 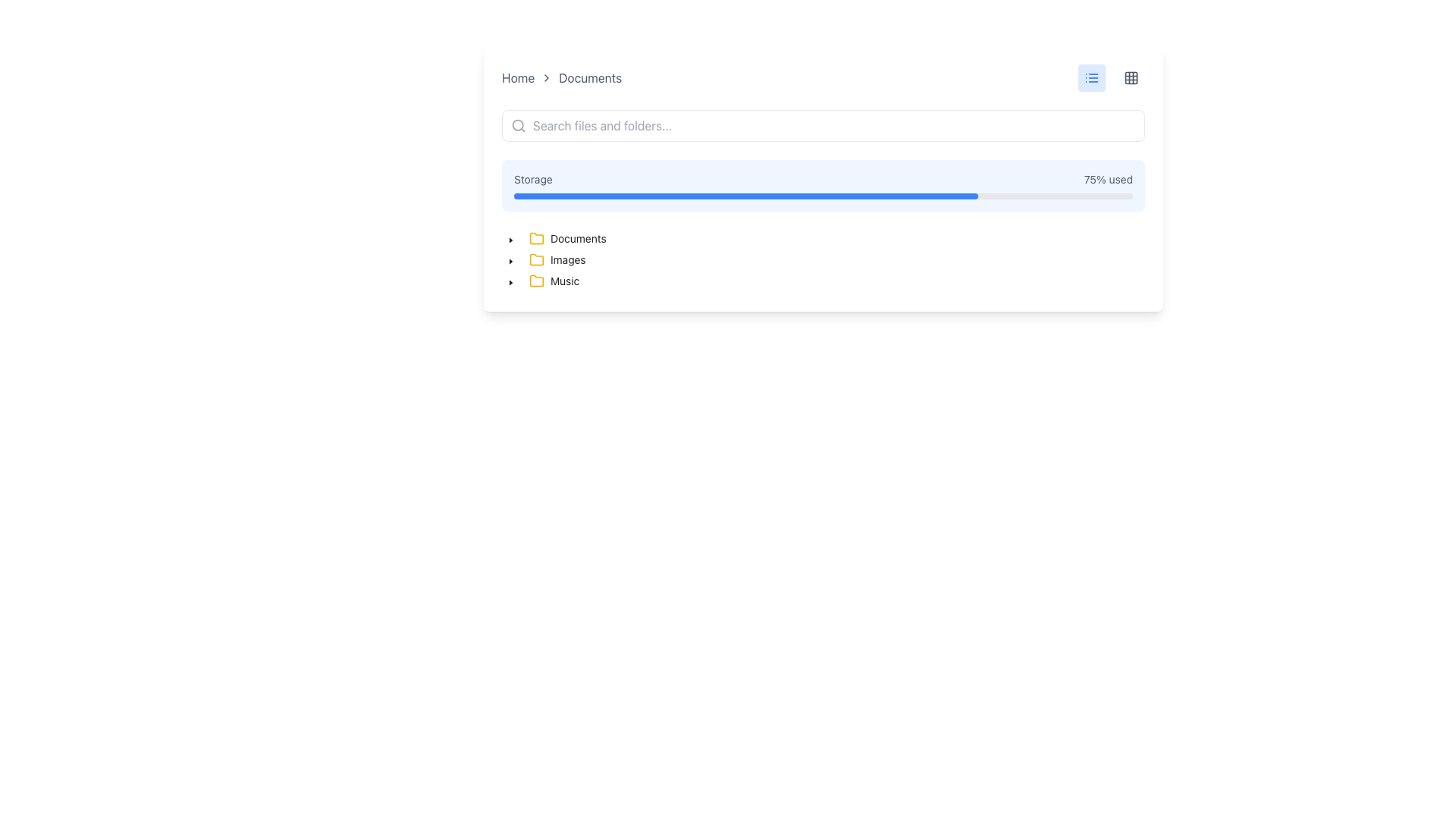 I want to click on the downward caret icon next to the 'Music' label in the document navigation tree, so click(x=510, y=281).